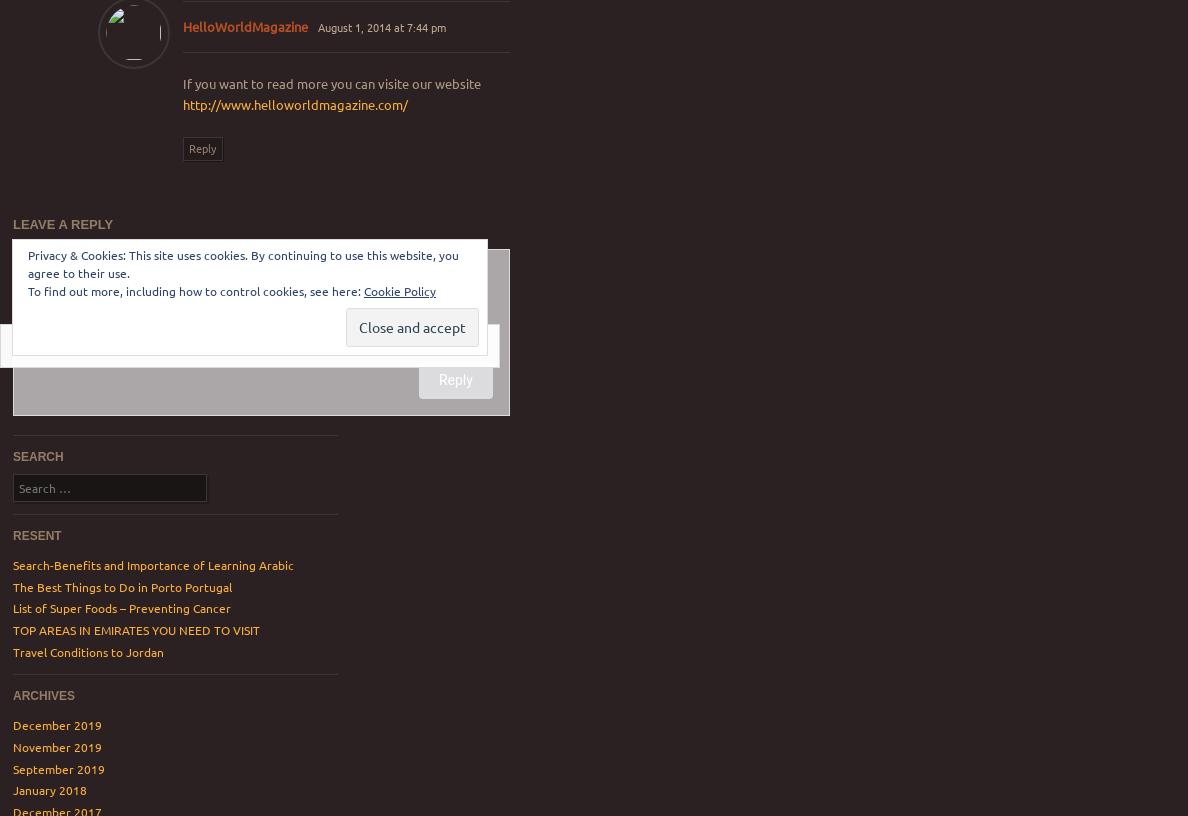 The image size is (1188, 816). Describe the element at coordinates (398, 289) in the screenshot. I see `'Cookie Policy'` at that location.